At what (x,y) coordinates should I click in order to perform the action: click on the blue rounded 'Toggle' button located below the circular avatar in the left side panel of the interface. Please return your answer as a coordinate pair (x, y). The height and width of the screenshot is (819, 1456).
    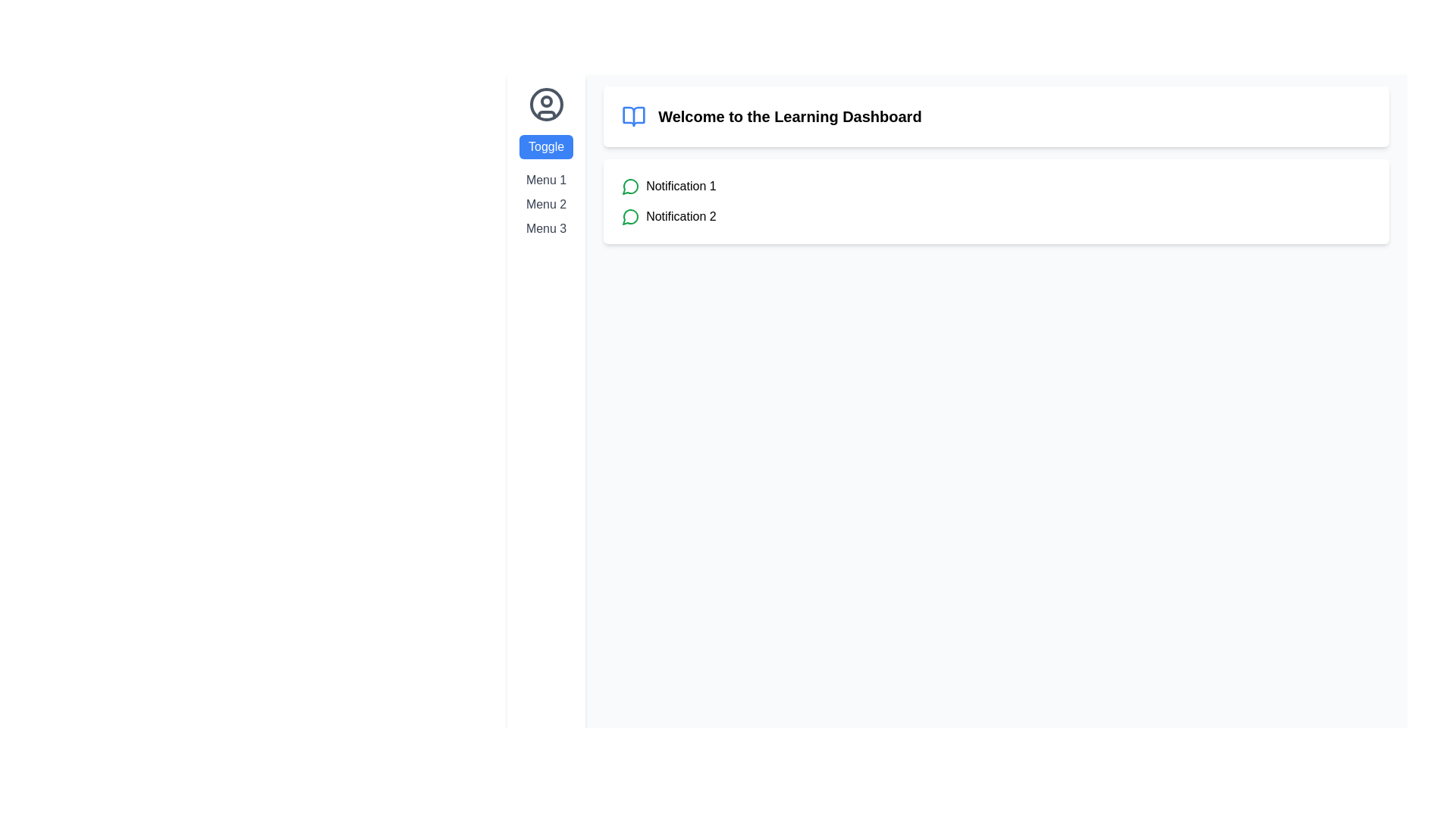
    Looking at the image, I should click on (546, 162).